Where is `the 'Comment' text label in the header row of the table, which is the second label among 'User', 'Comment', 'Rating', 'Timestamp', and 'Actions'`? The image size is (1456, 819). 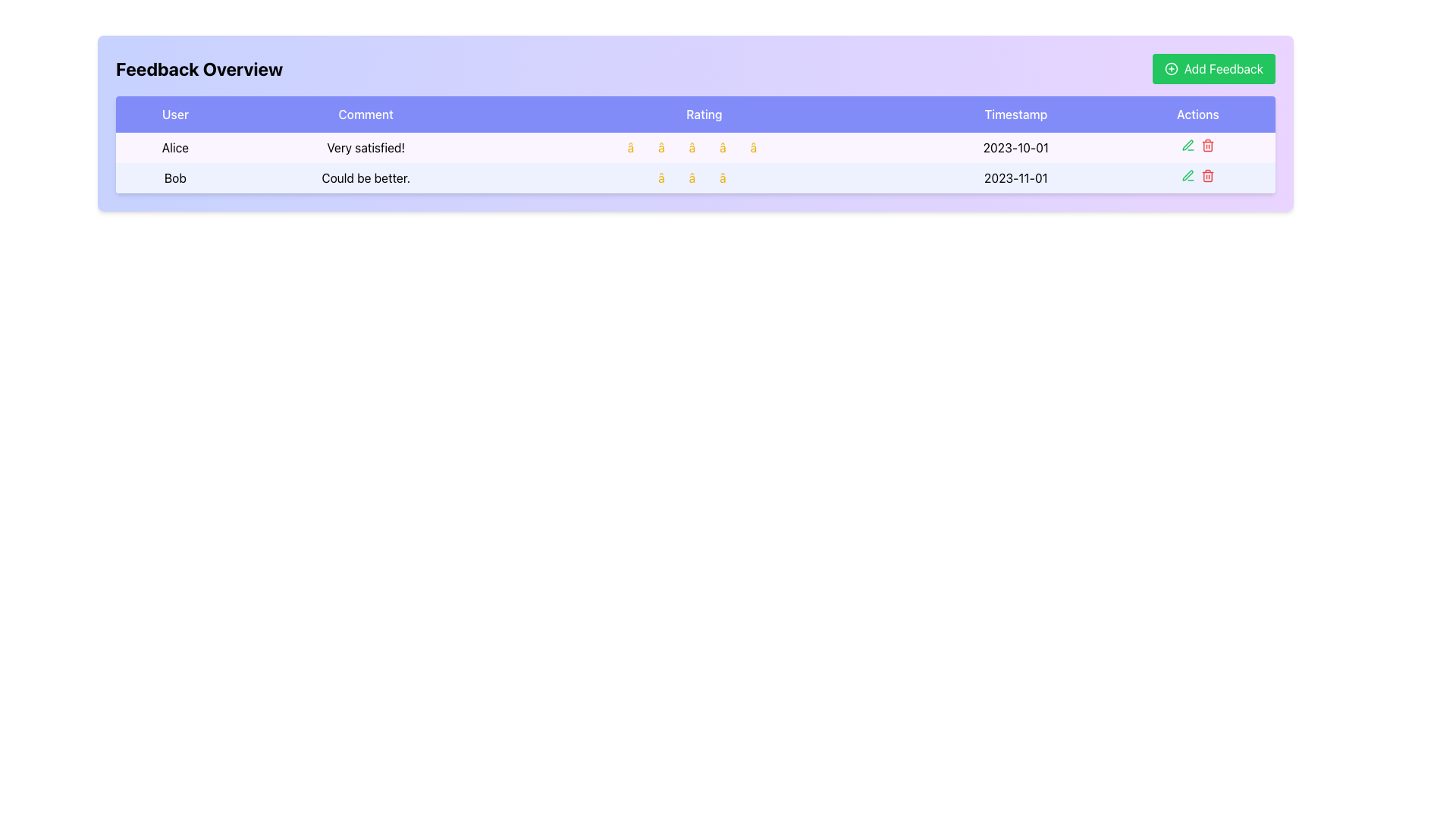 the 'Comment' text label in the header row of the table, which is the second label among 'User', 'Comment', 'Rating', 'Timestamp', and 'Actions' is located at coordinates (366, 113).